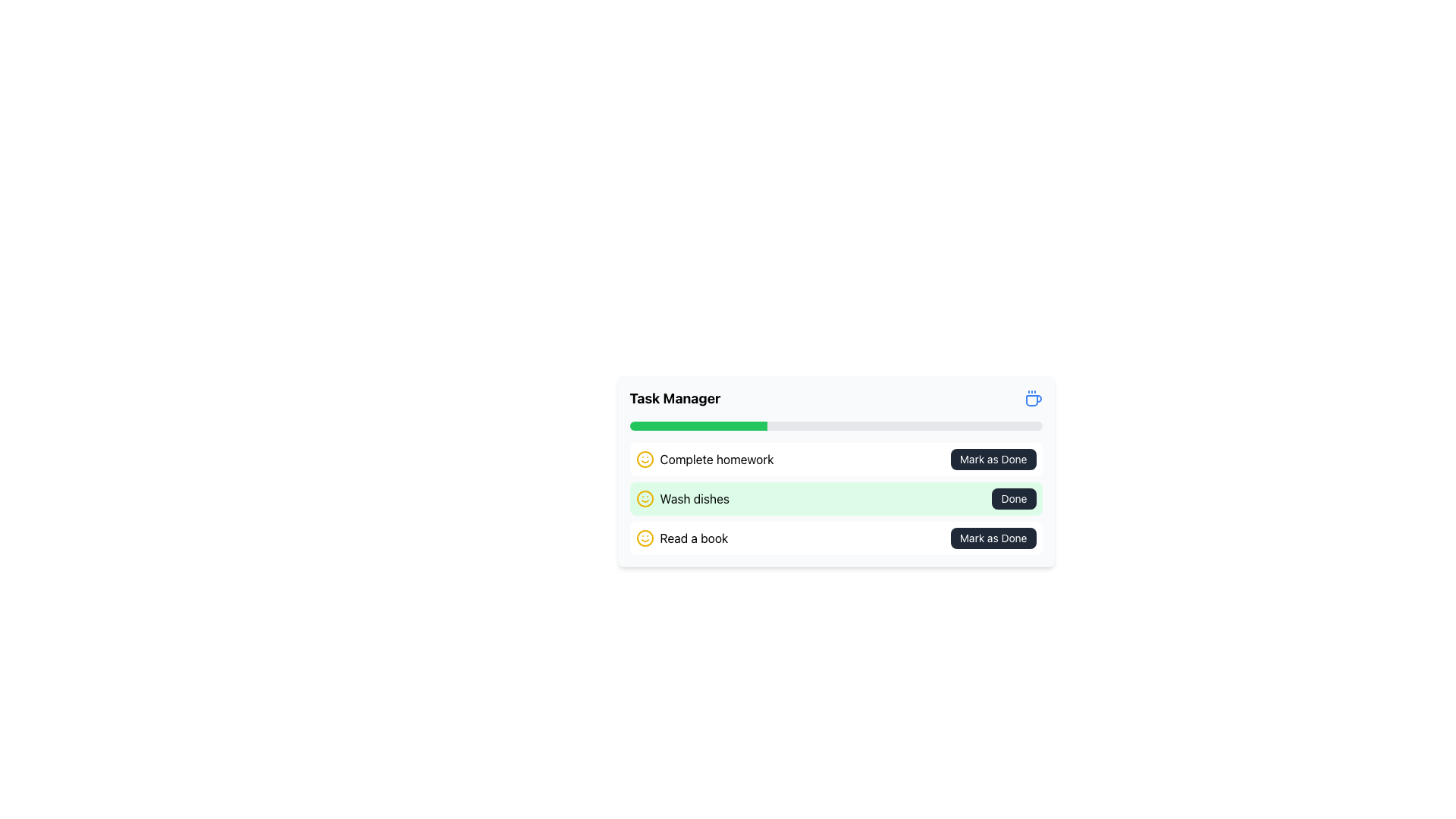 The image size is (1456, 819). I want to click on the central circle of the smiley face graphic, which serves as a decorative element for the task 'Wash dishes.', so click(645, 458).